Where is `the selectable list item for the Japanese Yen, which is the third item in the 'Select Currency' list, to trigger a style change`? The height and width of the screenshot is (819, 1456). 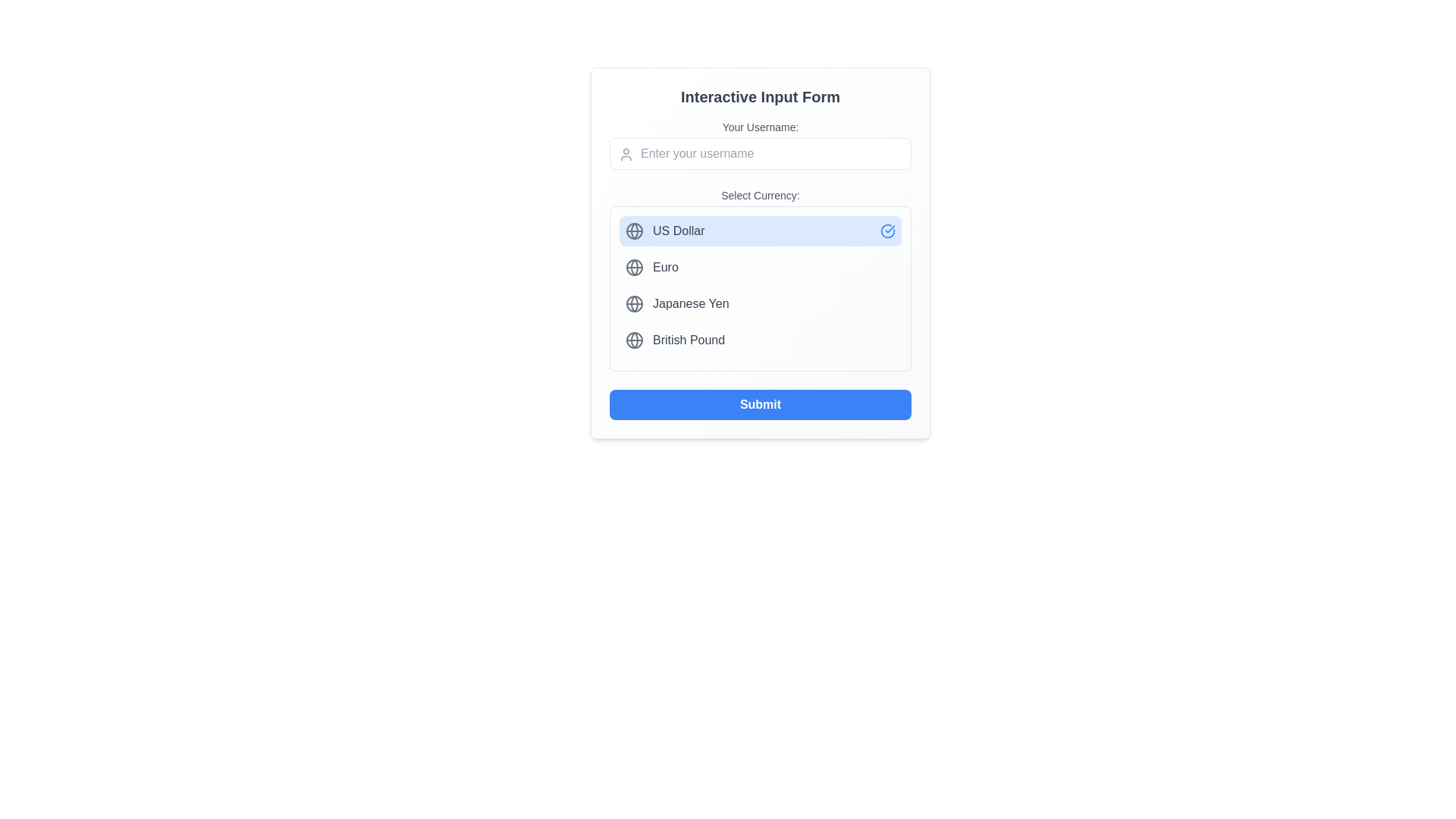 the selectable list item for the Japanese Yen, which is the third item in the 'Select Currency' list, to trigger a style change is located at coordinates (761, 304).